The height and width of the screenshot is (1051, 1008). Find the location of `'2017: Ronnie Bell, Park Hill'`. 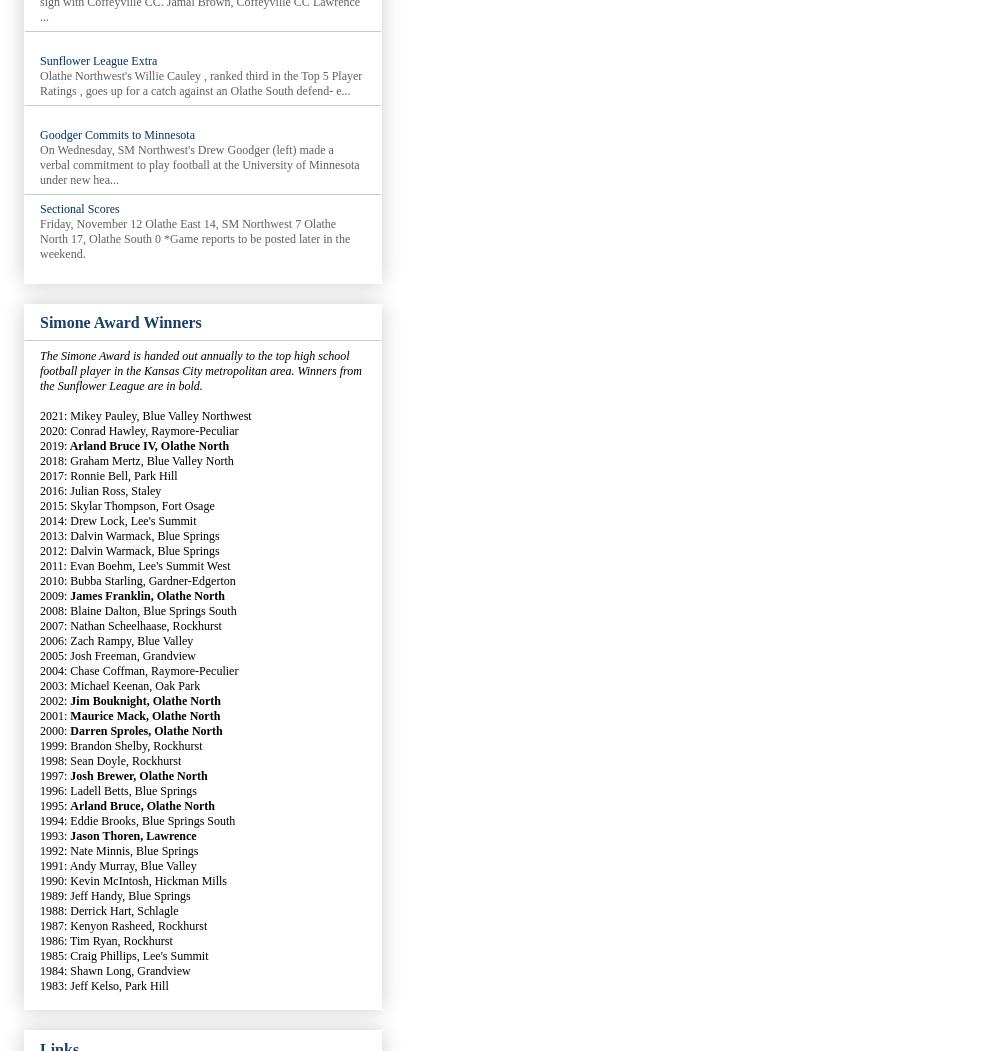

'2017: Ronnie Bell, Park Hill' is located at coordinates (108, 474).